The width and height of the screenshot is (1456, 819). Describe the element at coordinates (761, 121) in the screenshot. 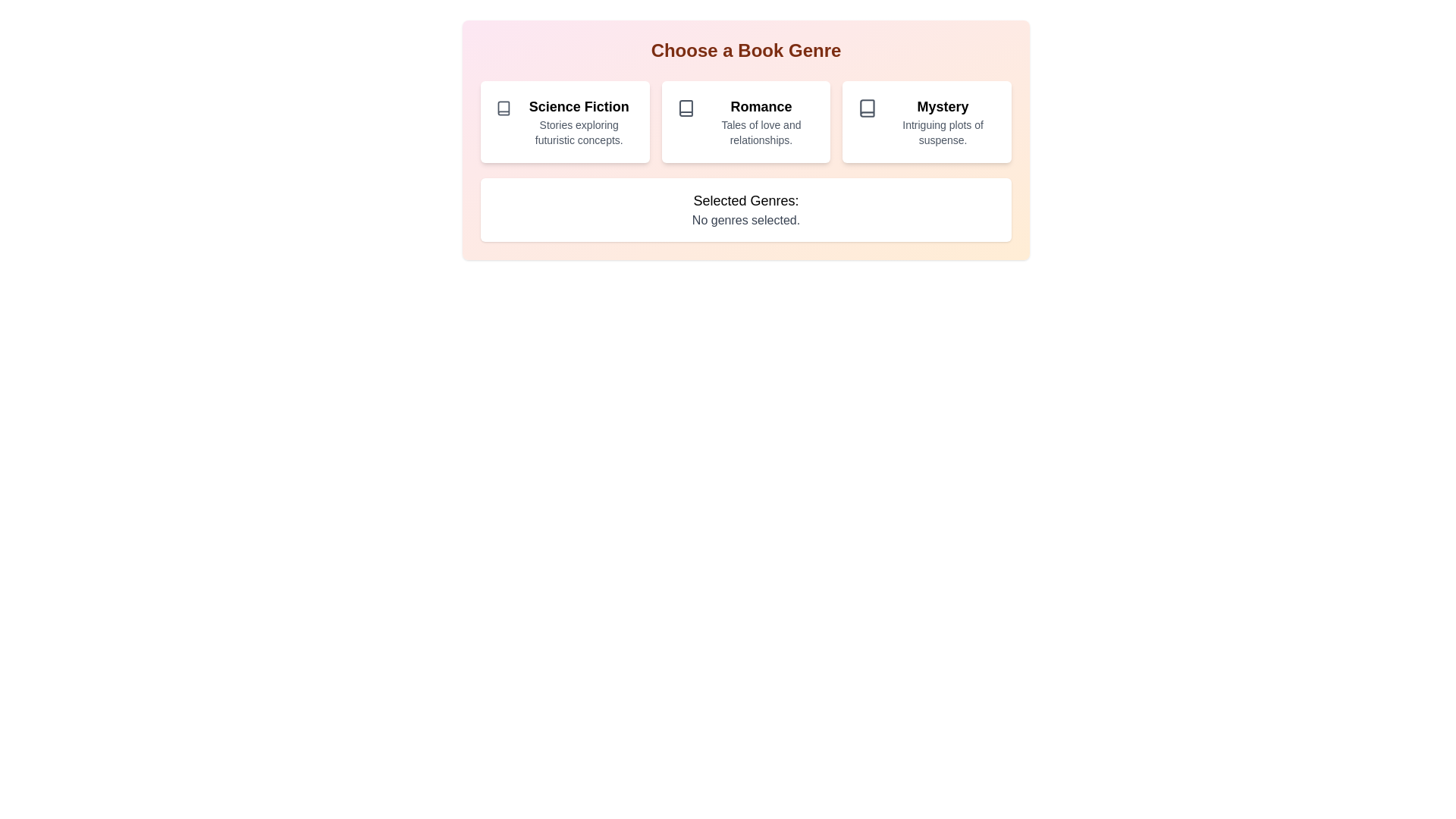

I see `to select the 'Romance' genre, which is a selectable item styled with a bold title and a description, positioned centrally under the heading 'Choose a Book Genre.'` at that location.